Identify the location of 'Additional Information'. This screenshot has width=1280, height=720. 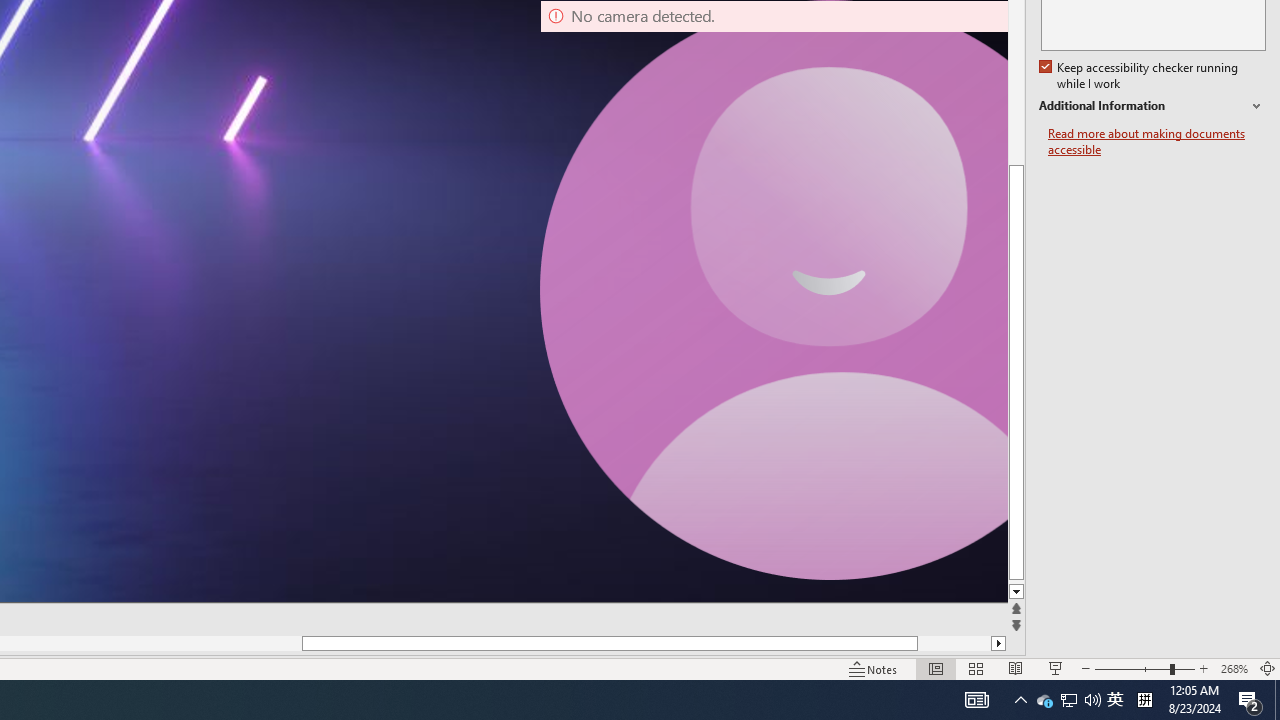
(1152, 106).